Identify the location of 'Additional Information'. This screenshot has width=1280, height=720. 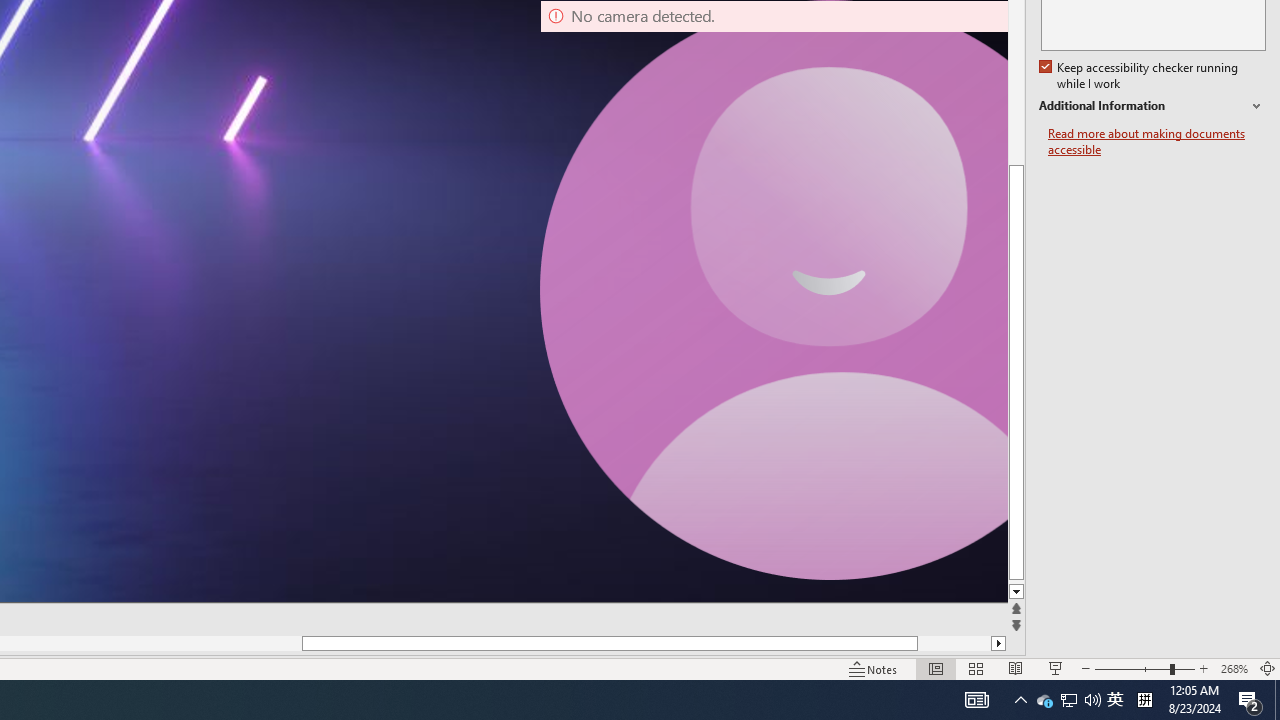
(1152, 106).